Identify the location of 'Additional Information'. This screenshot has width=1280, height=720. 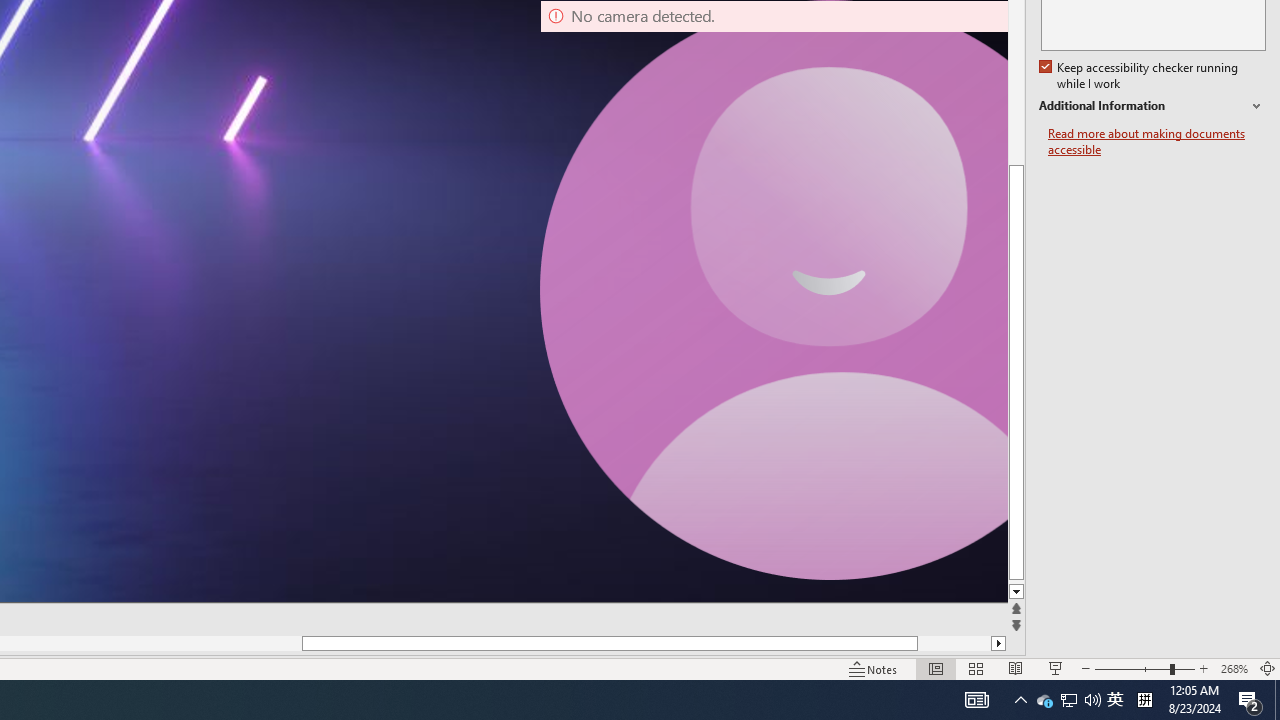
(1152, 106).